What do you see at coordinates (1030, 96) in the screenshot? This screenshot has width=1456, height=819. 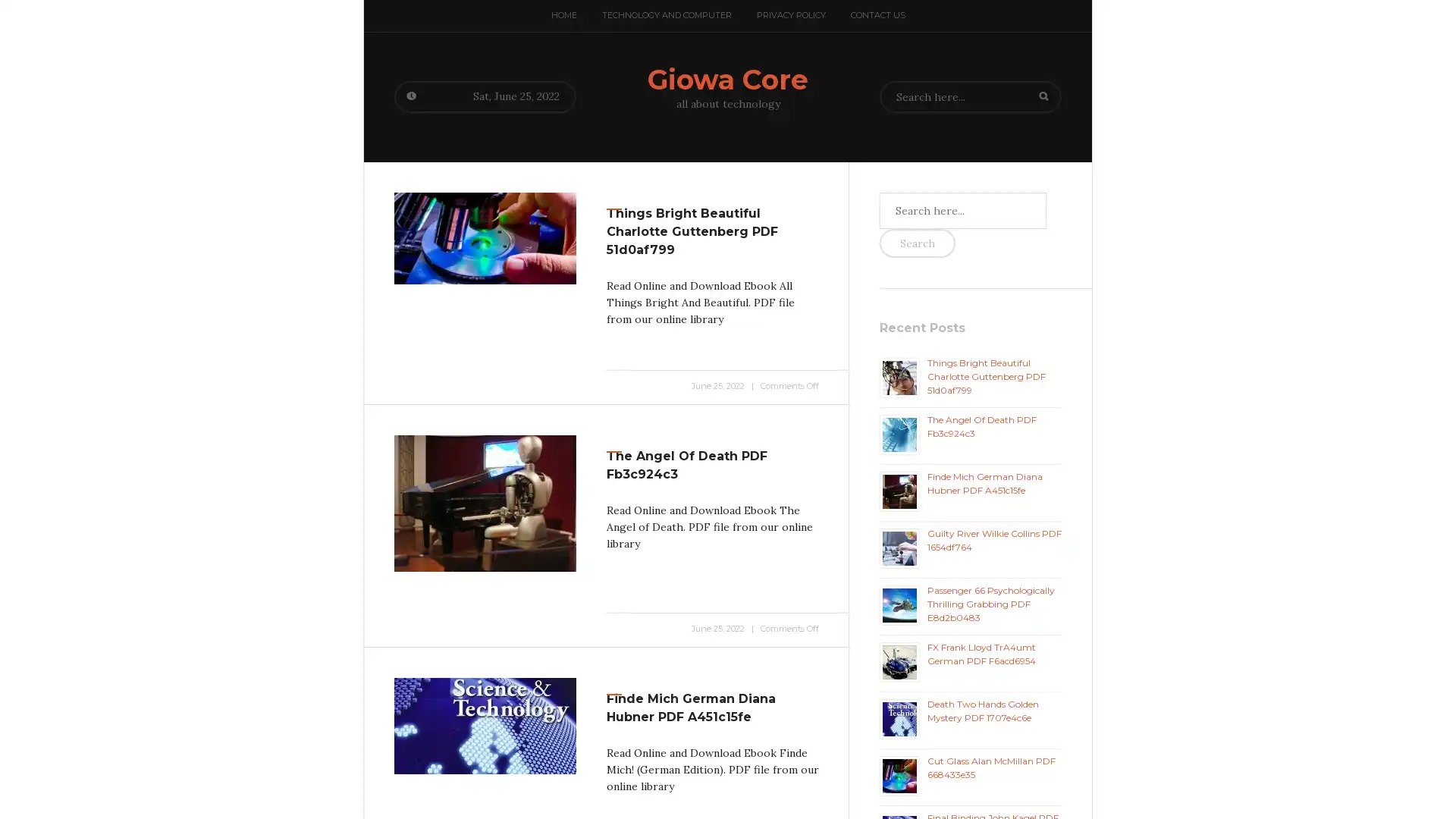 I see `Search` at bounding box center [1030, 96].